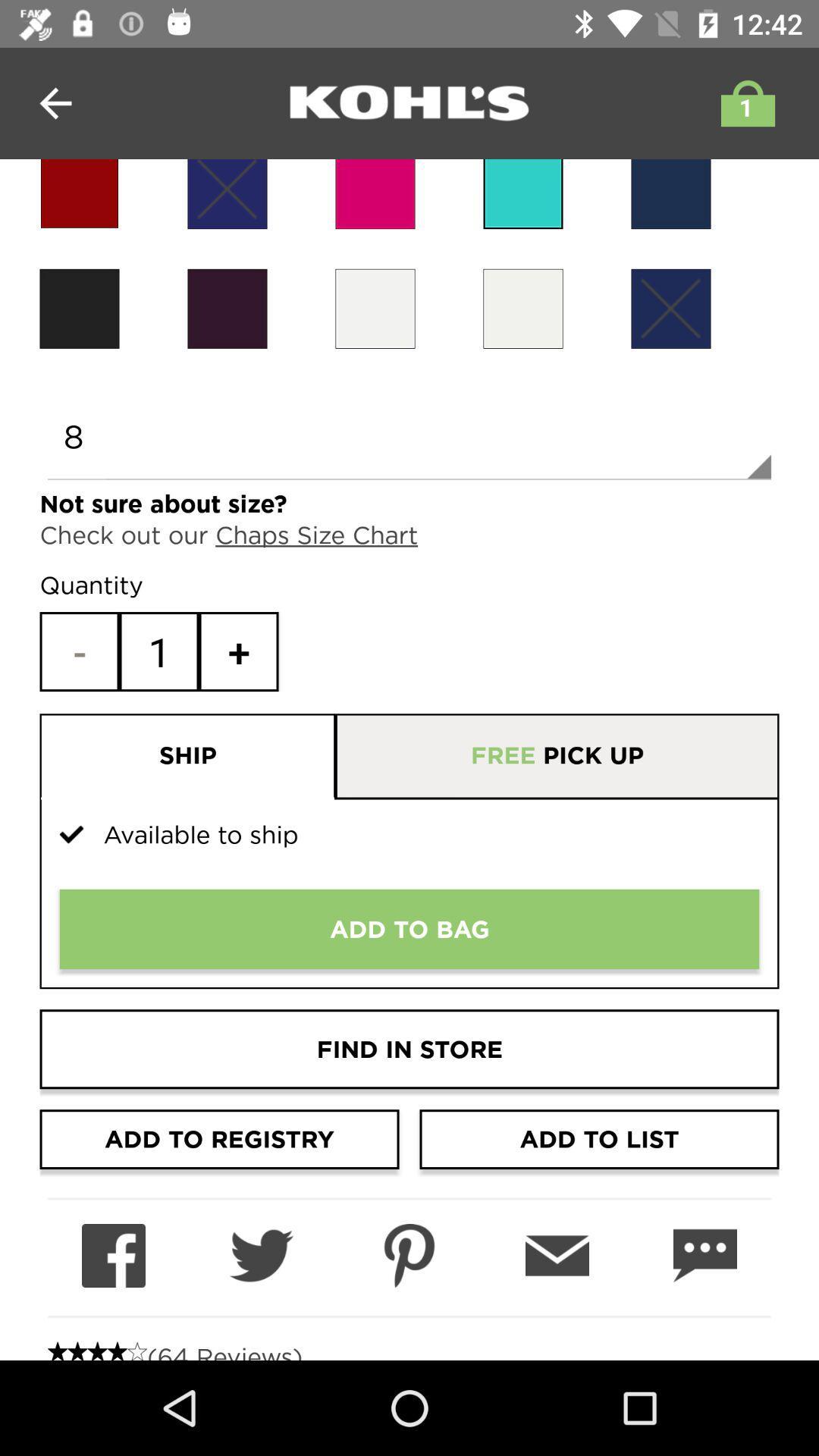  I want to click on shopping cart, so click(743, 102).